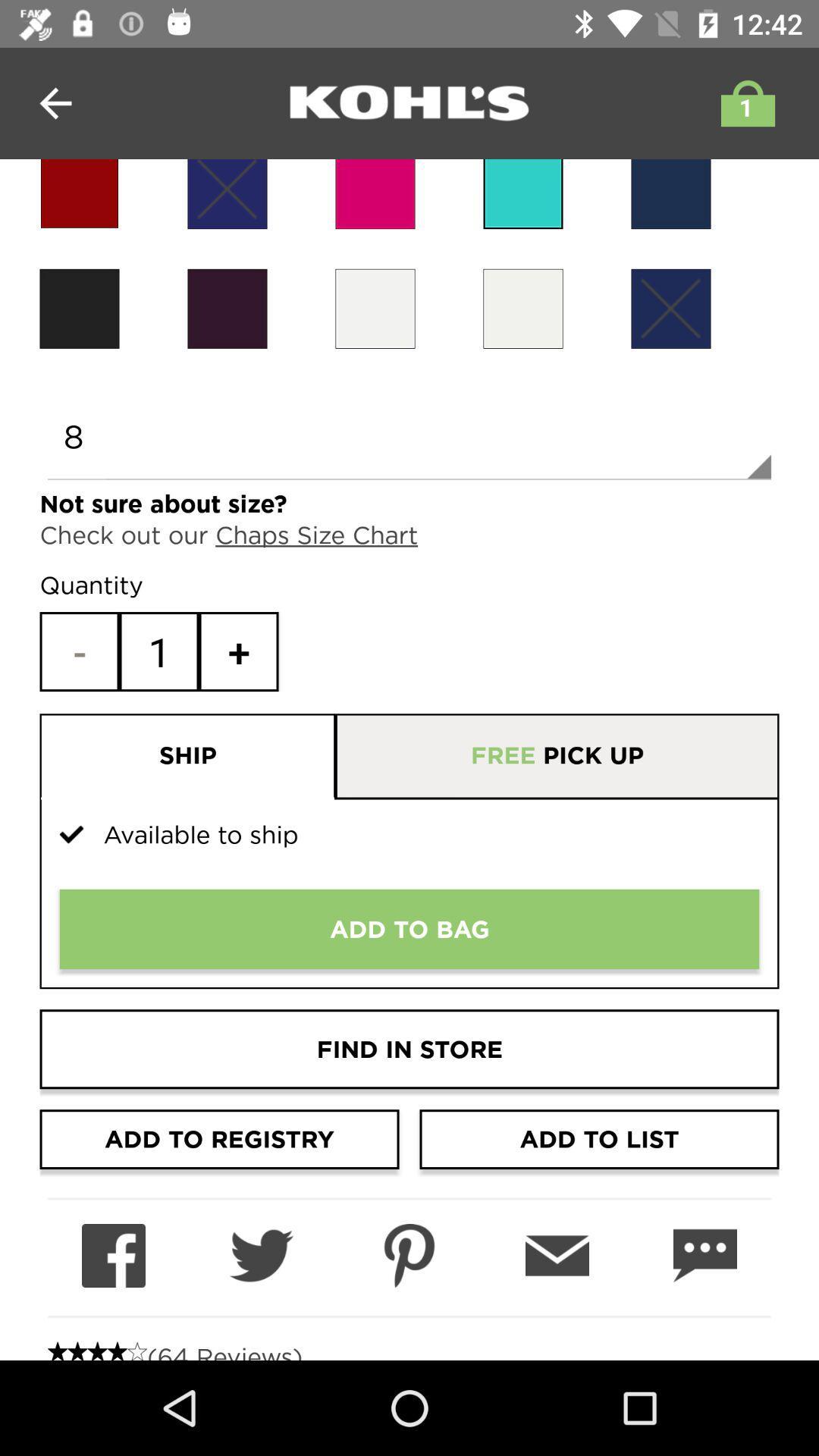  I want to click on shopping cart, so click(743, 102).